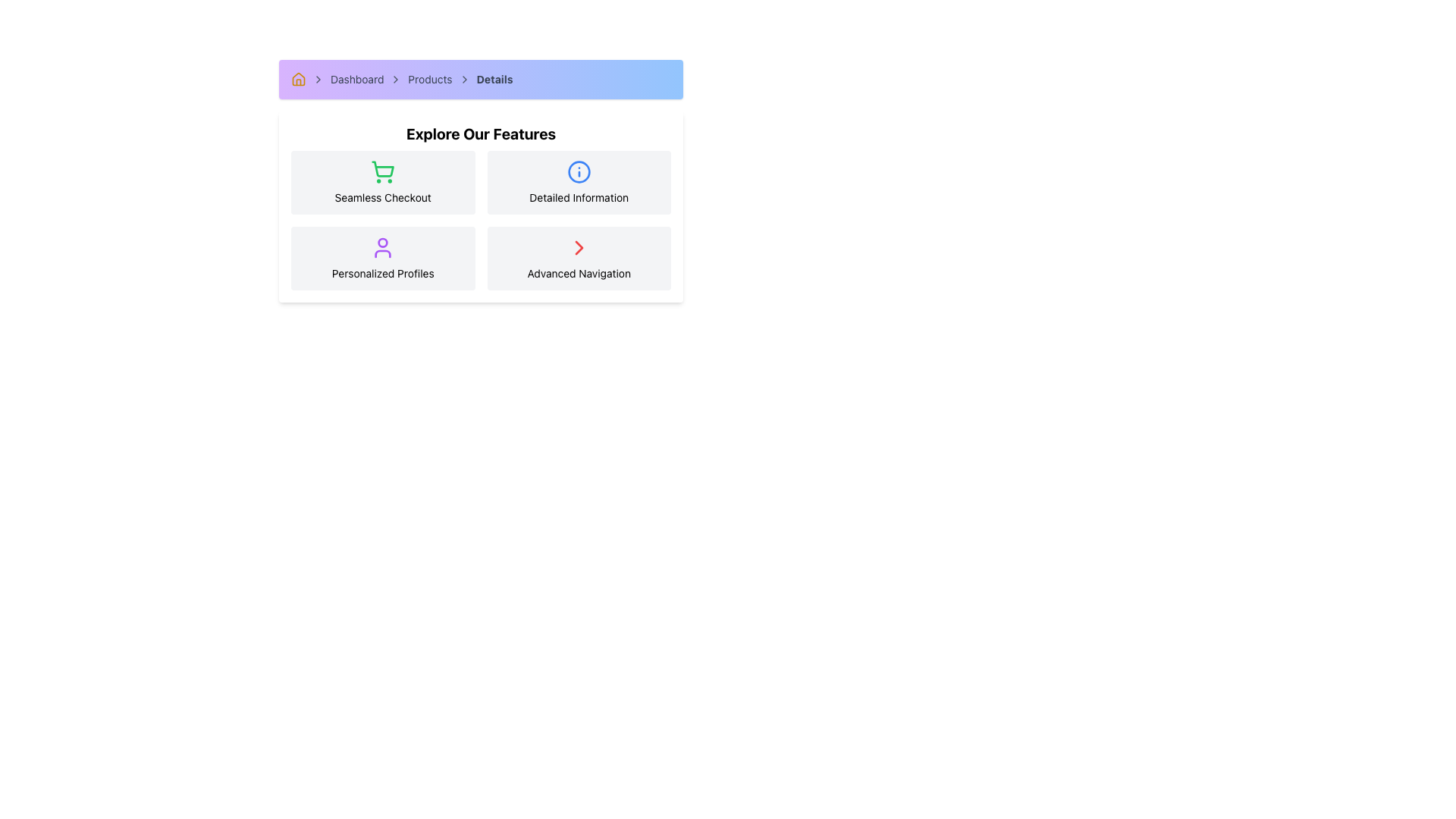 Image resolution: width=1456 pixels, height=819 pixels. Describe the element at coordinates (578, 181) in the screenshot. I see `the 'Detailed Information' text in the informational card with a light gray background and a blue circular icon, which is the second card in the top row of the grid layout` at that location.